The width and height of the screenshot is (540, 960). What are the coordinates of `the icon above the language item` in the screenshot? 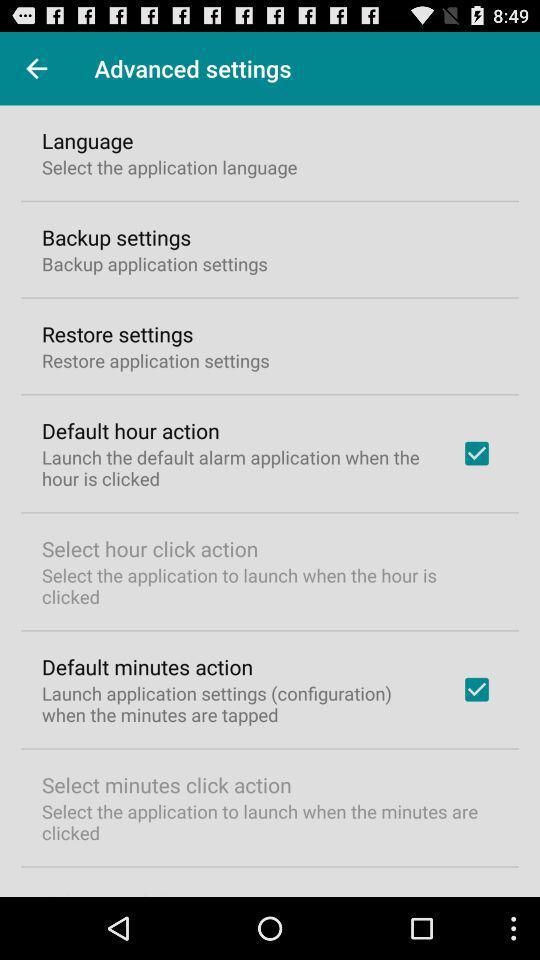 It's located at (36, 68).